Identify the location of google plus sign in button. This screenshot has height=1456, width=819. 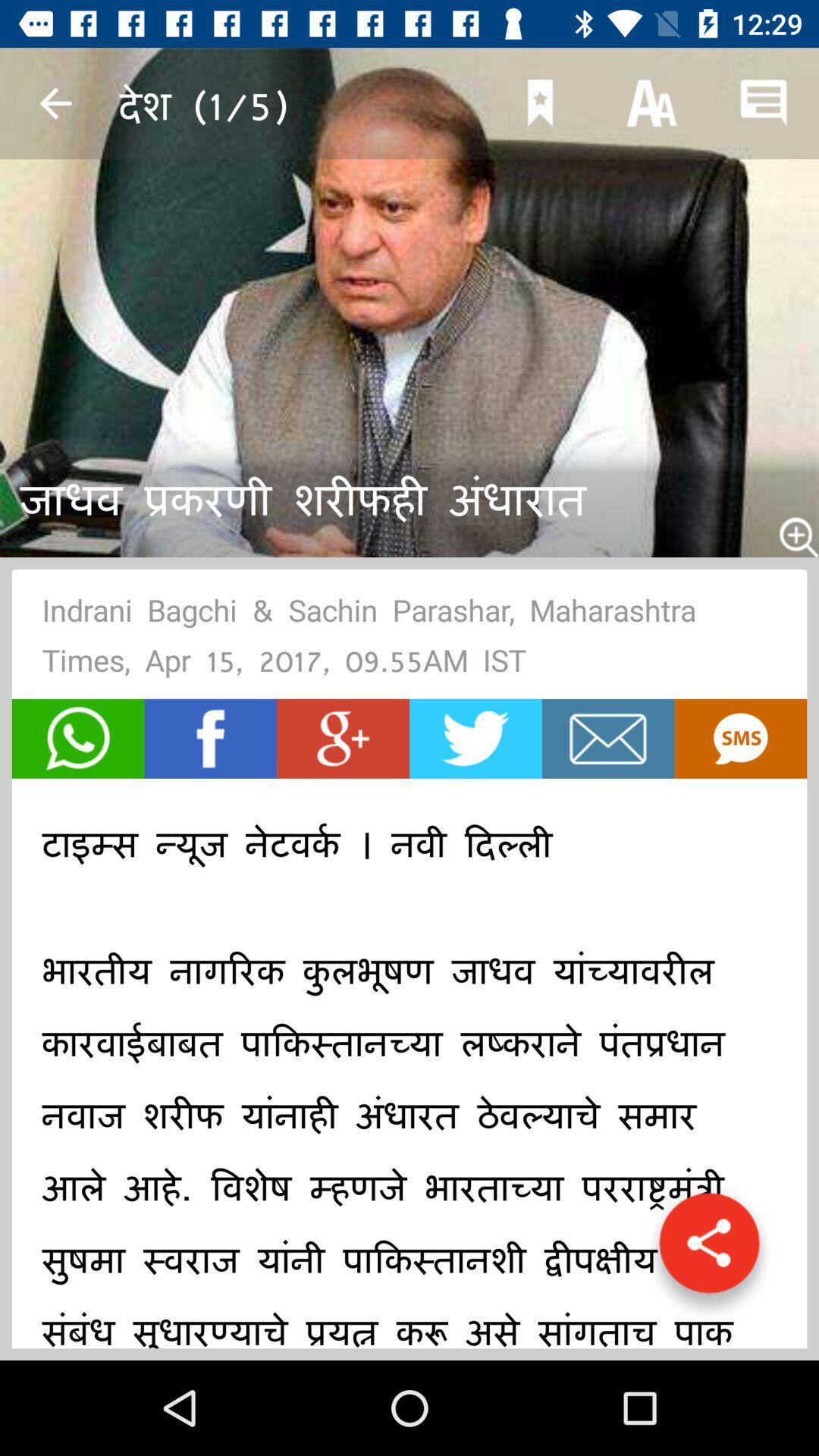
(343, 739).